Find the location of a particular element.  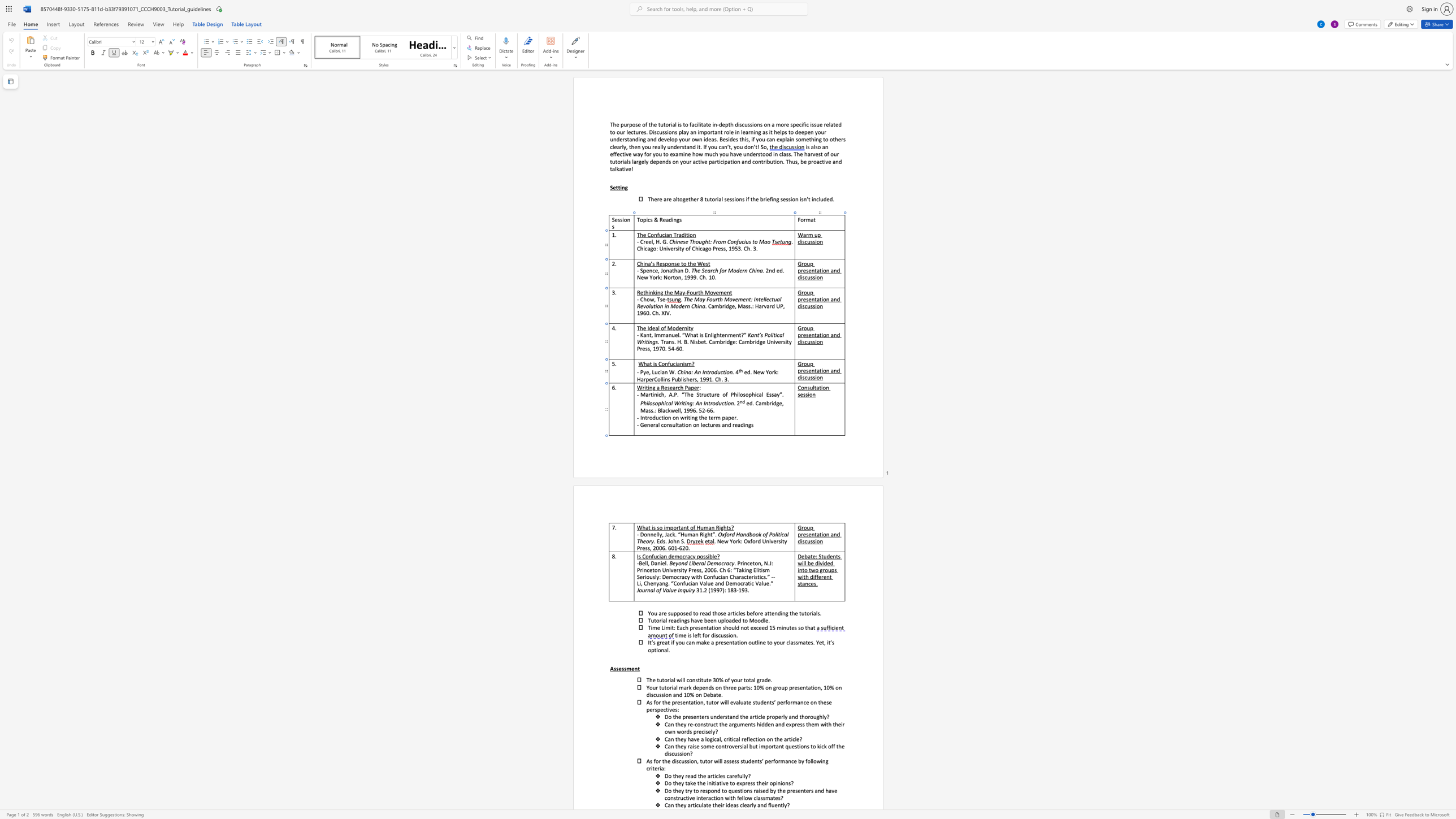

the 2th character "o" in the text is located at coordinates (687, 424).